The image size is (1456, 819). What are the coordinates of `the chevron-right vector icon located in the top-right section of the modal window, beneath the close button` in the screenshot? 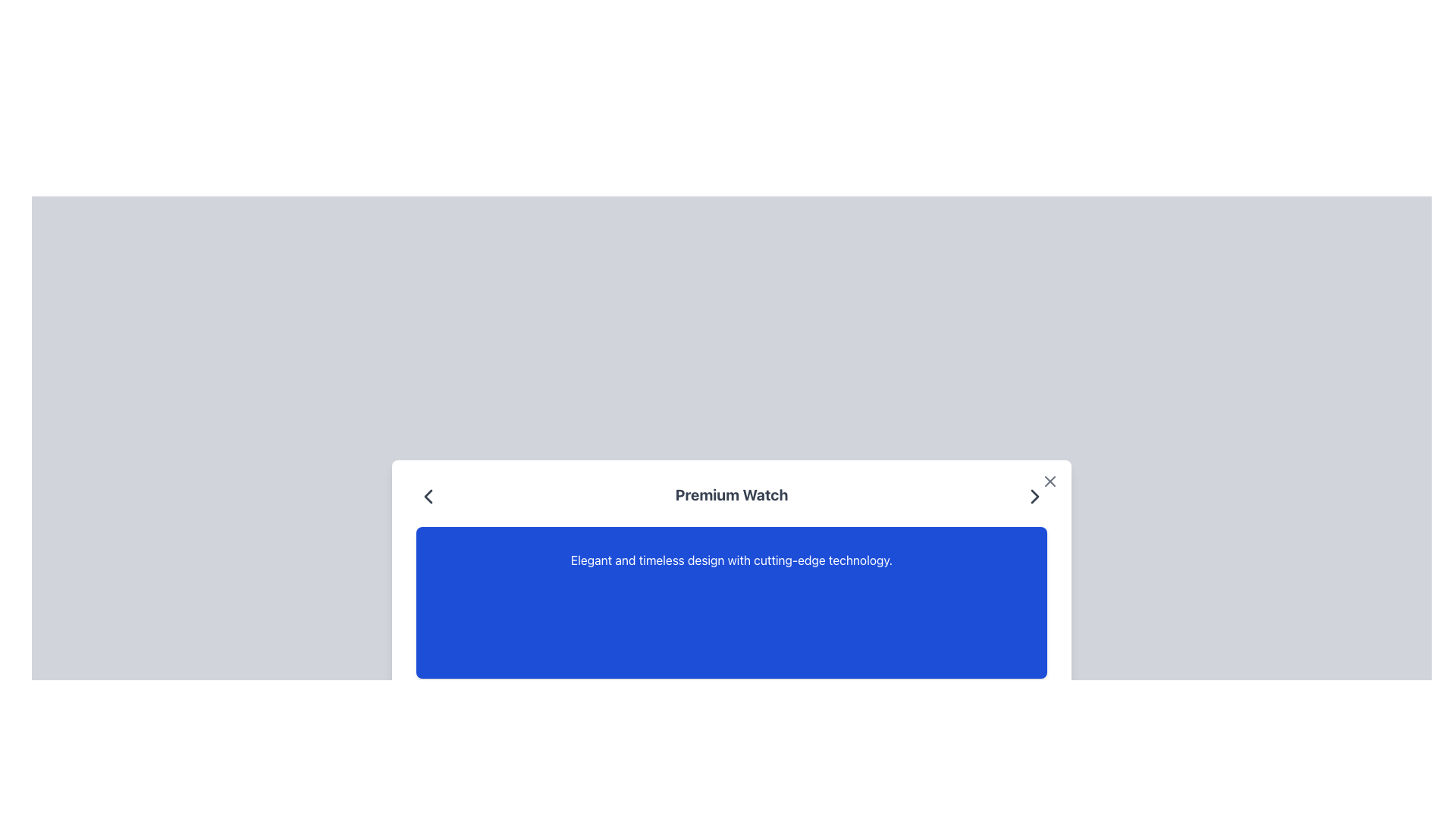 It's located at (1034, 497).